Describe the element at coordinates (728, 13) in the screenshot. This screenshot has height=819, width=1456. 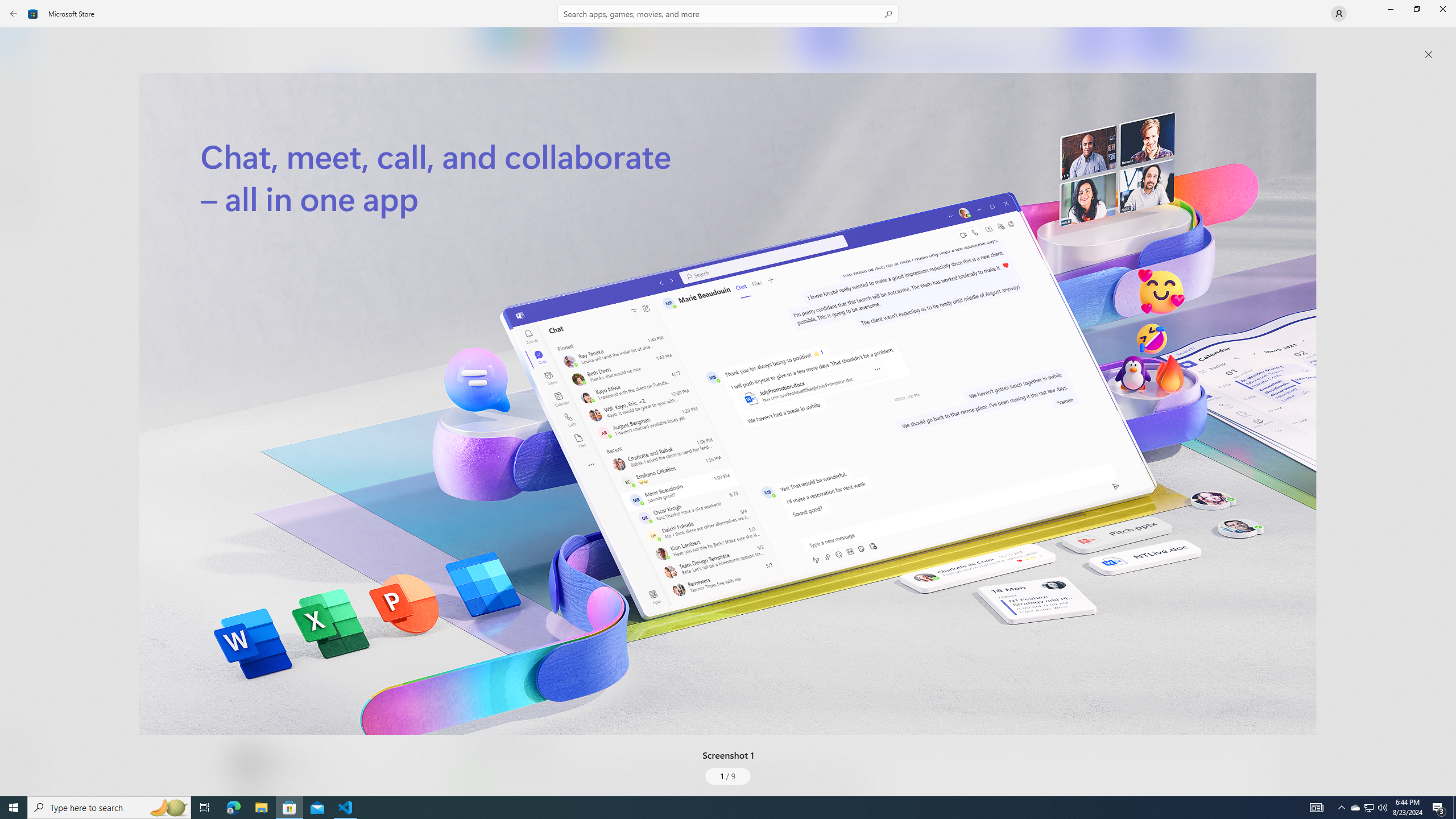
I see `'Search'` at that location.